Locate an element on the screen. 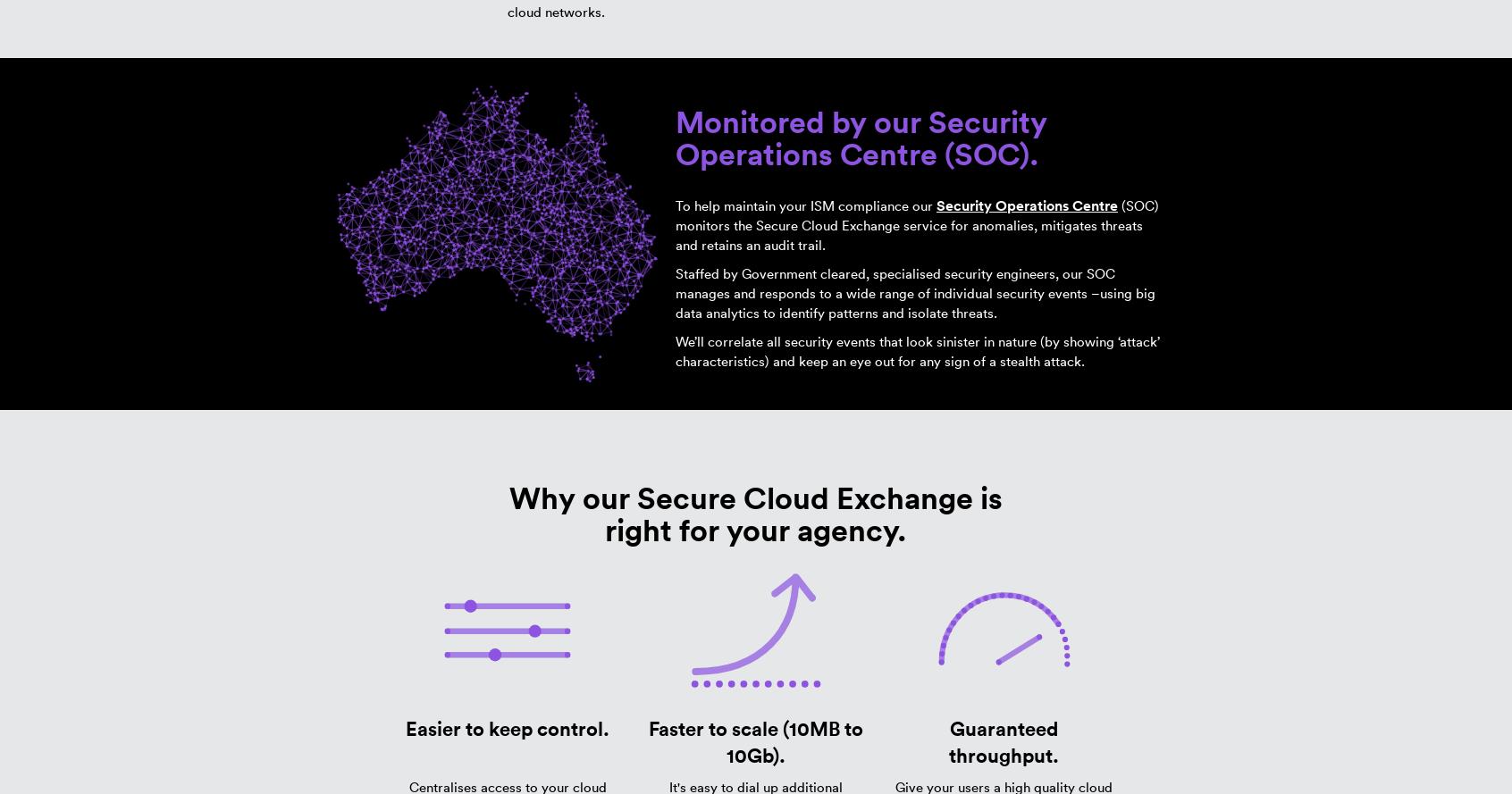  'Monitored by our Security Operations Centre (SOC).' is located at coordinates (861, 137).